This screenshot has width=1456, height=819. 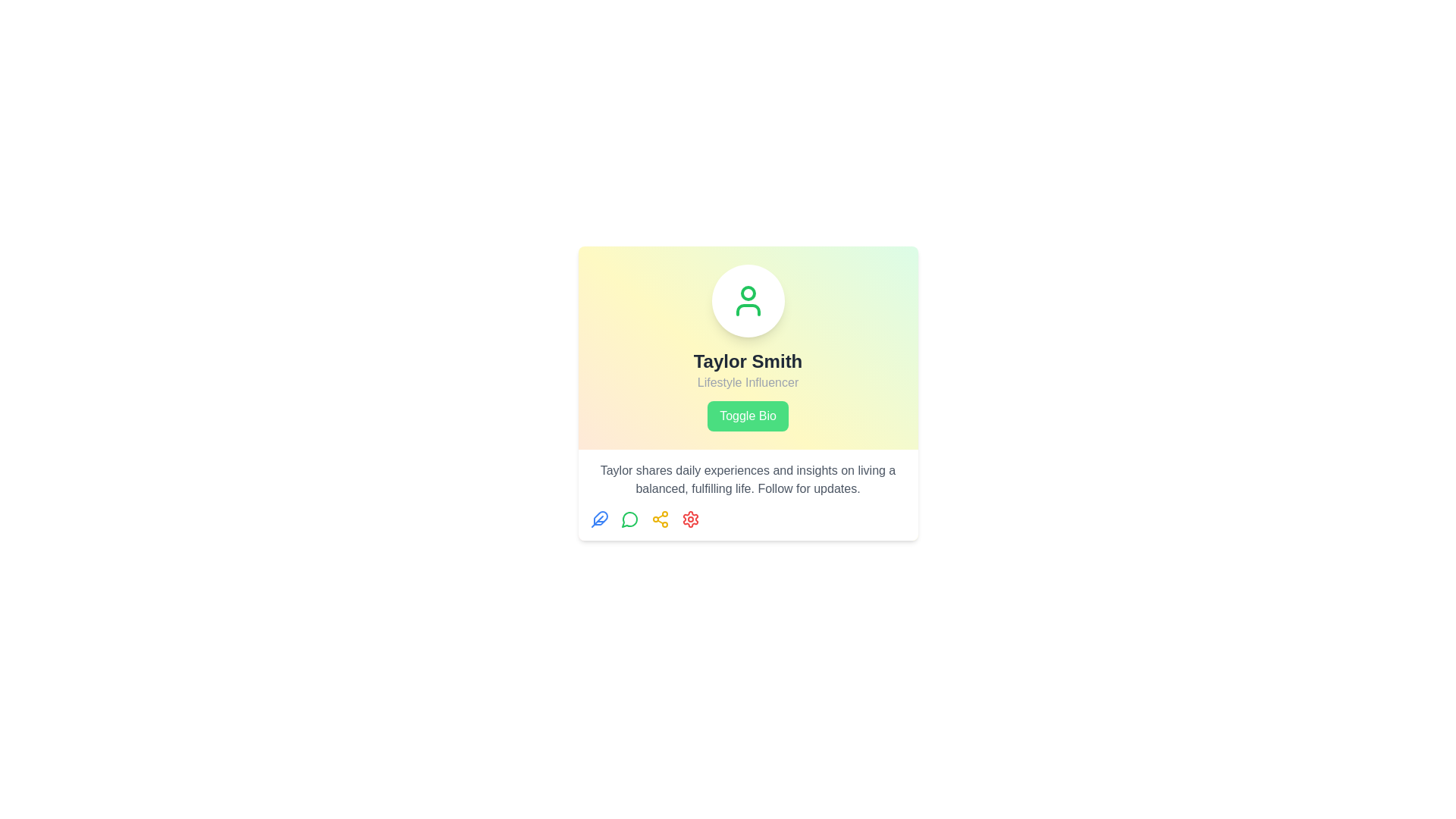 I want to click on the text label representing a user profile, positioned below the avatar icon and above the text 'Lifestyle Influencer', for copying, so click(x=748, y=362).